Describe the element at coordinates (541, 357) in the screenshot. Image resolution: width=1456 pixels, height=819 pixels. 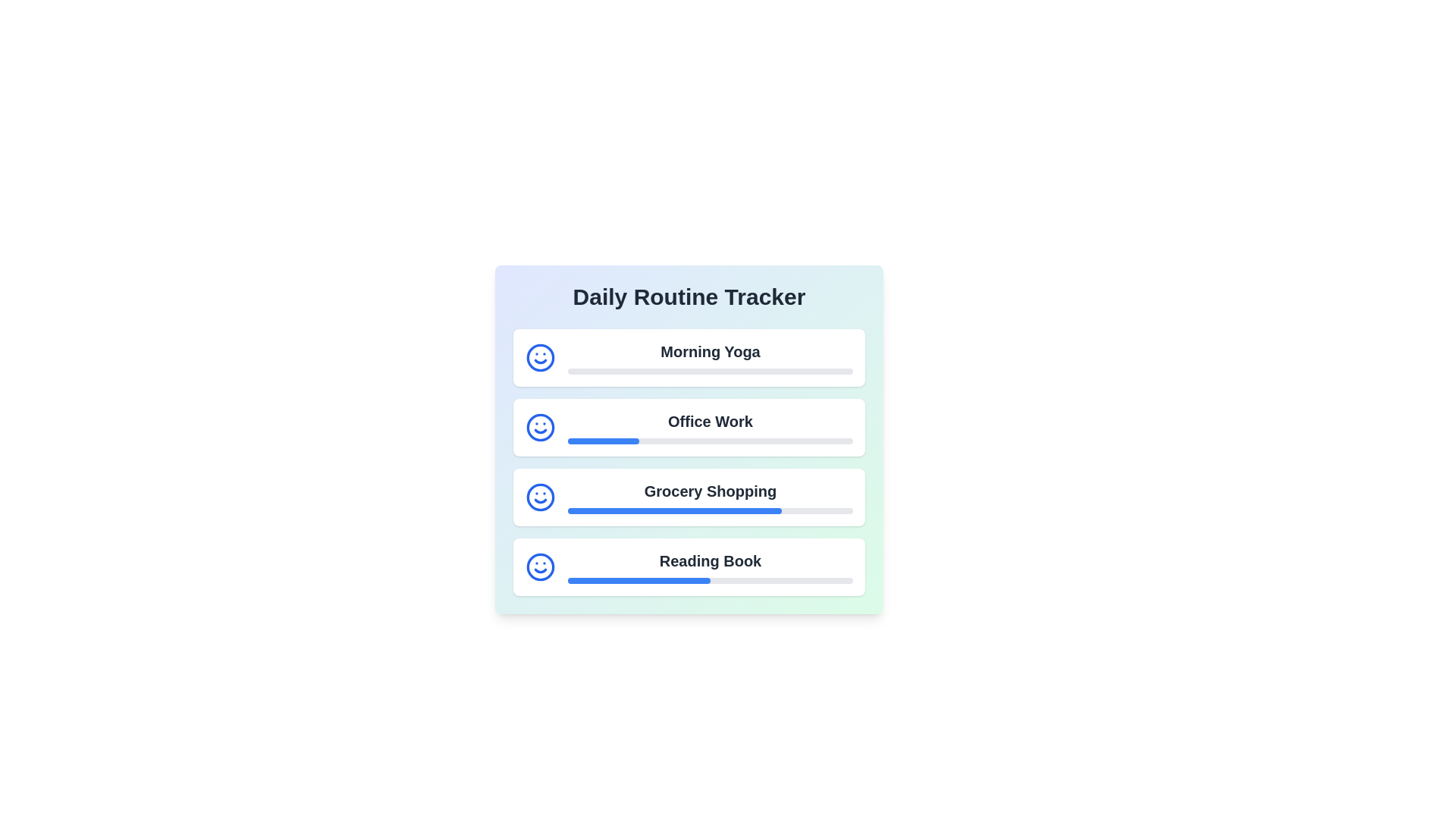
I see `the completion icon of the task with 100% progress` at that location.